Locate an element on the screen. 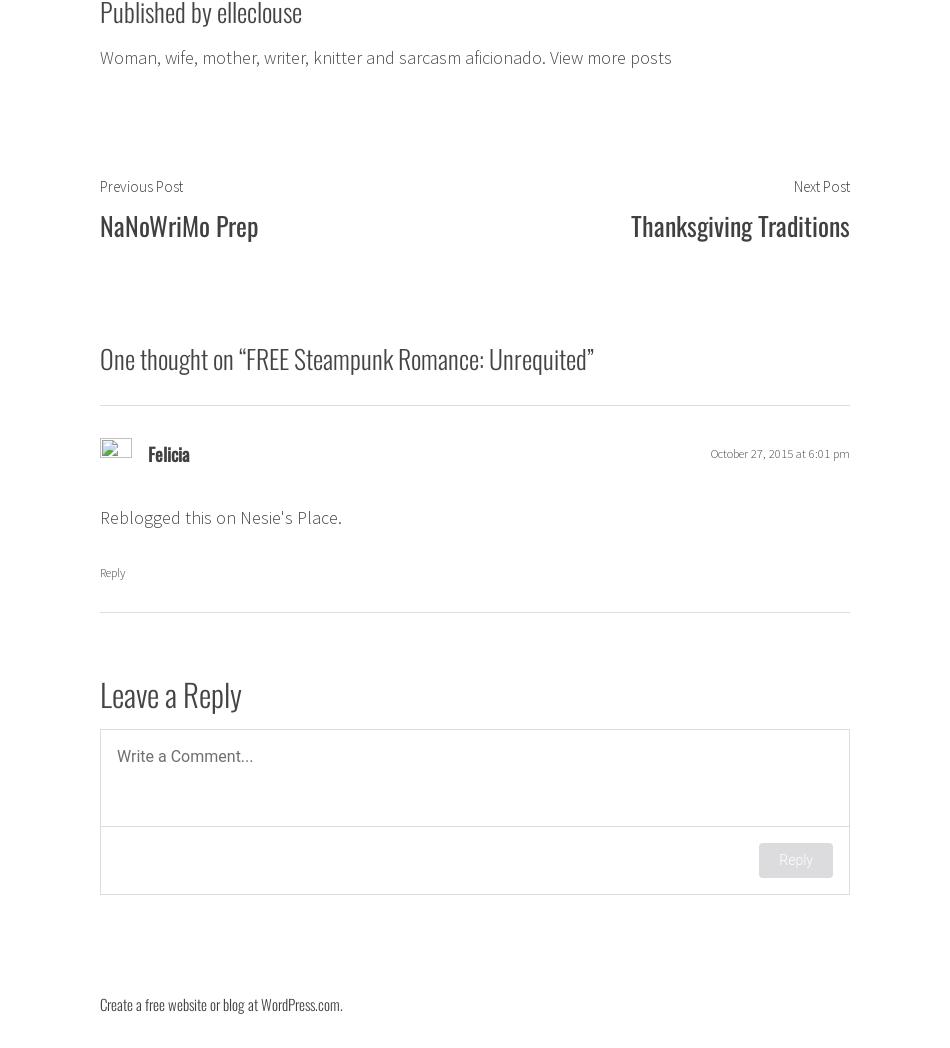  'Nesie's Place' is located at coordinates (287, 517).